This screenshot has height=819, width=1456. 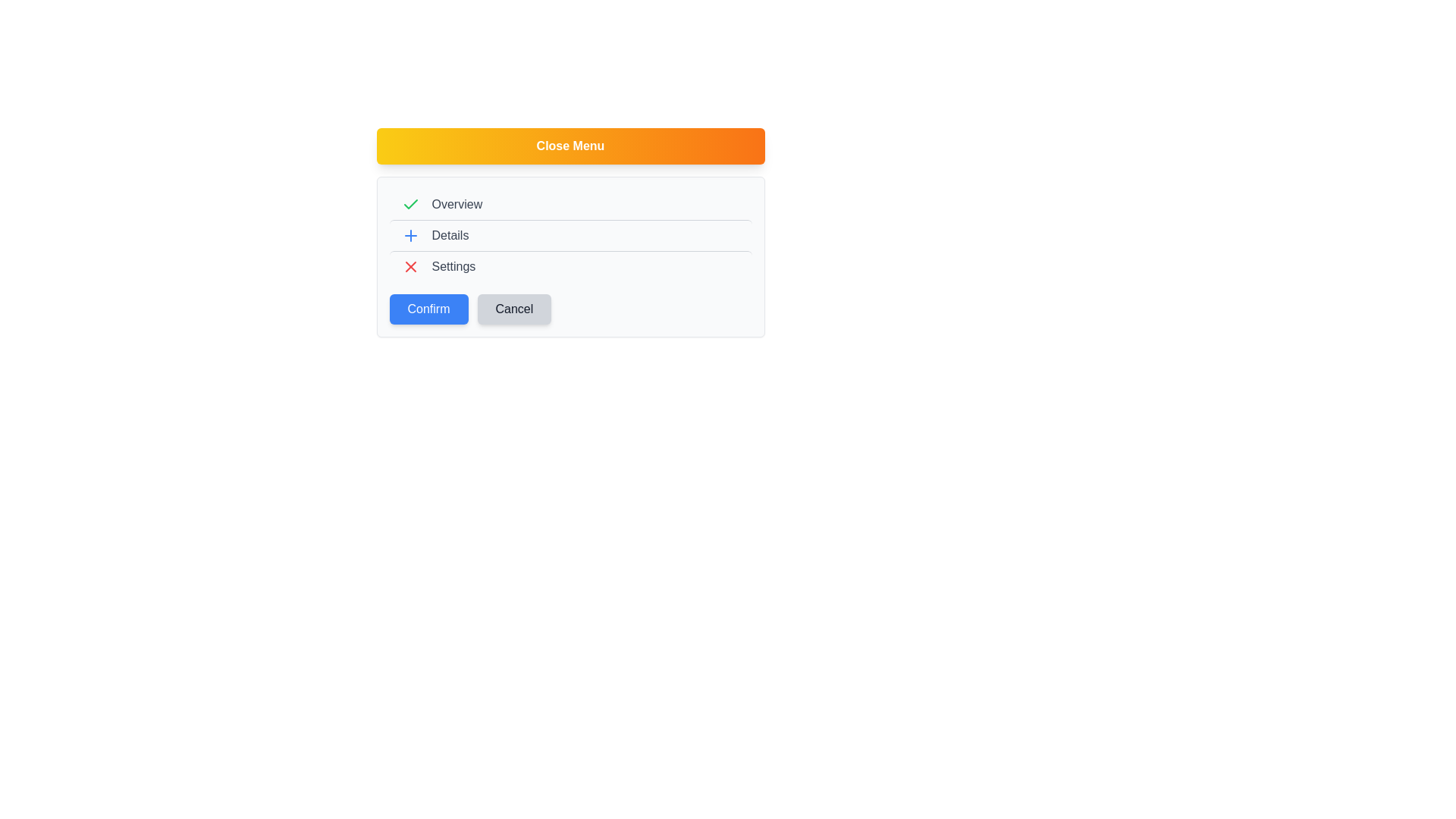 What do you see at coordinates (570, 146) in the screenshot?
I see `the main button to toggle the menu open/close state` at bounding box center [570, 146].